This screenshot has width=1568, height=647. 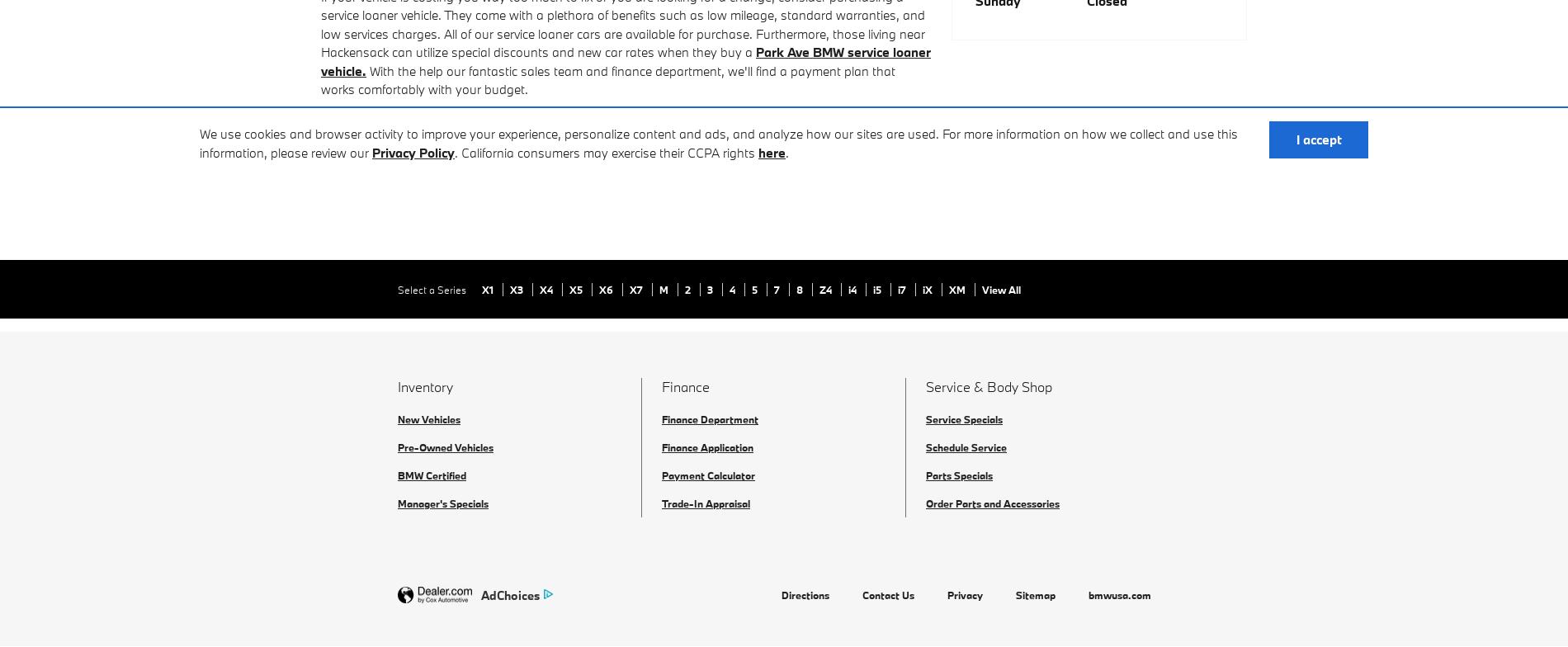 I want to click on 'Sitemap', so click(x=1034, y=594).